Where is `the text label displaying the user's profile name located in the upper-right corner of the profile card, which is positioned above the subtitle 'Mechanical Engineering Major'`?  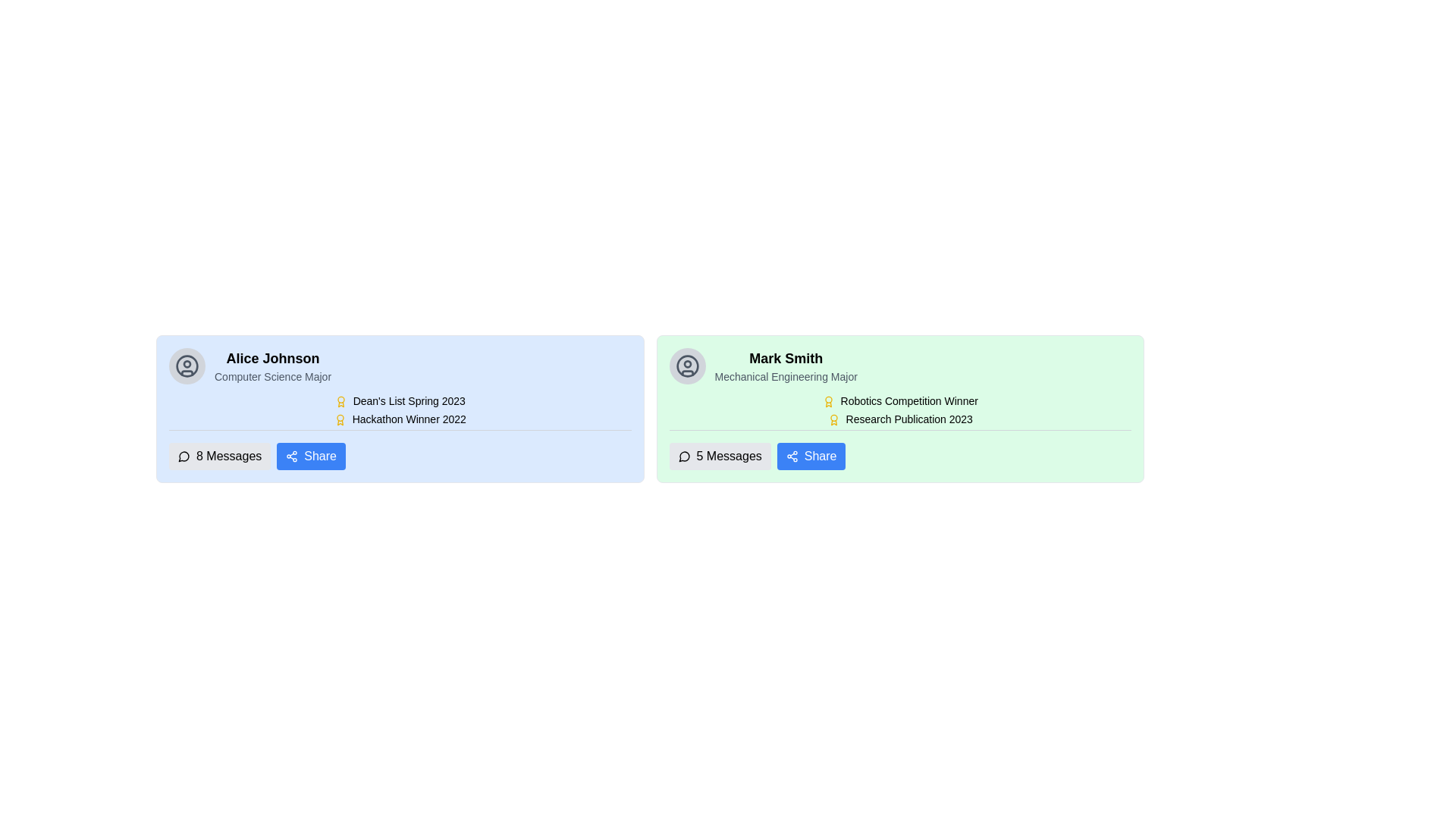 the text label displaying the user's profile name located in the upper-right corner of the profile card, which is positioned above the subtitle 'Mechanical Engineering Major' is located at coordinates (786, 359).